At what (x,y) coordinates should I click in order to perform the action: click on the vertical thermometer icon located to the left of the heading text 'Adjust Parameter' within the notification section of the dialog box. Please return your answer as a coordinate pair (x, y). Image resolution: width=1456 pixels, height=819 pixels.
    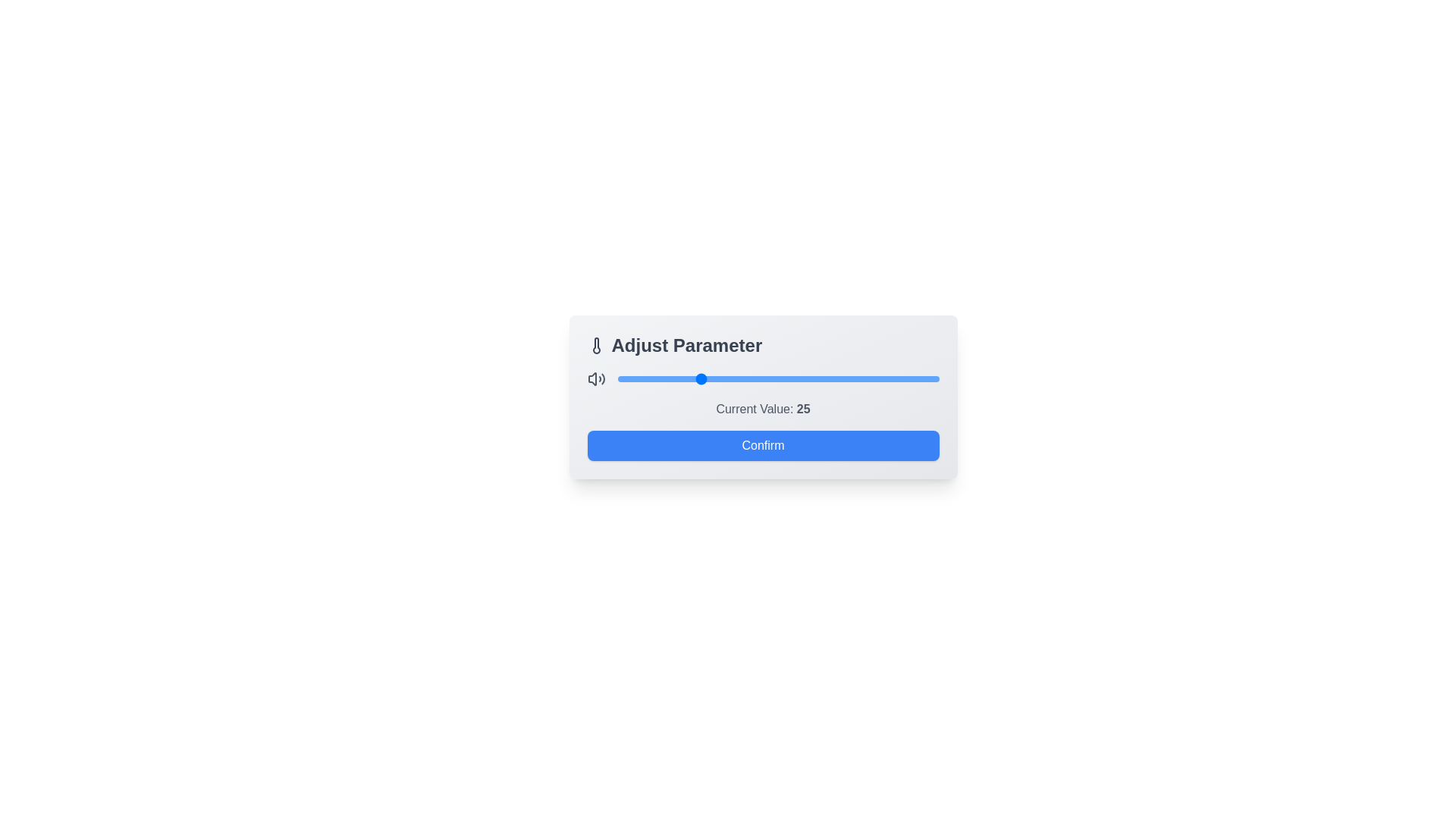
    Looking at the image, I should click on (595, 345).